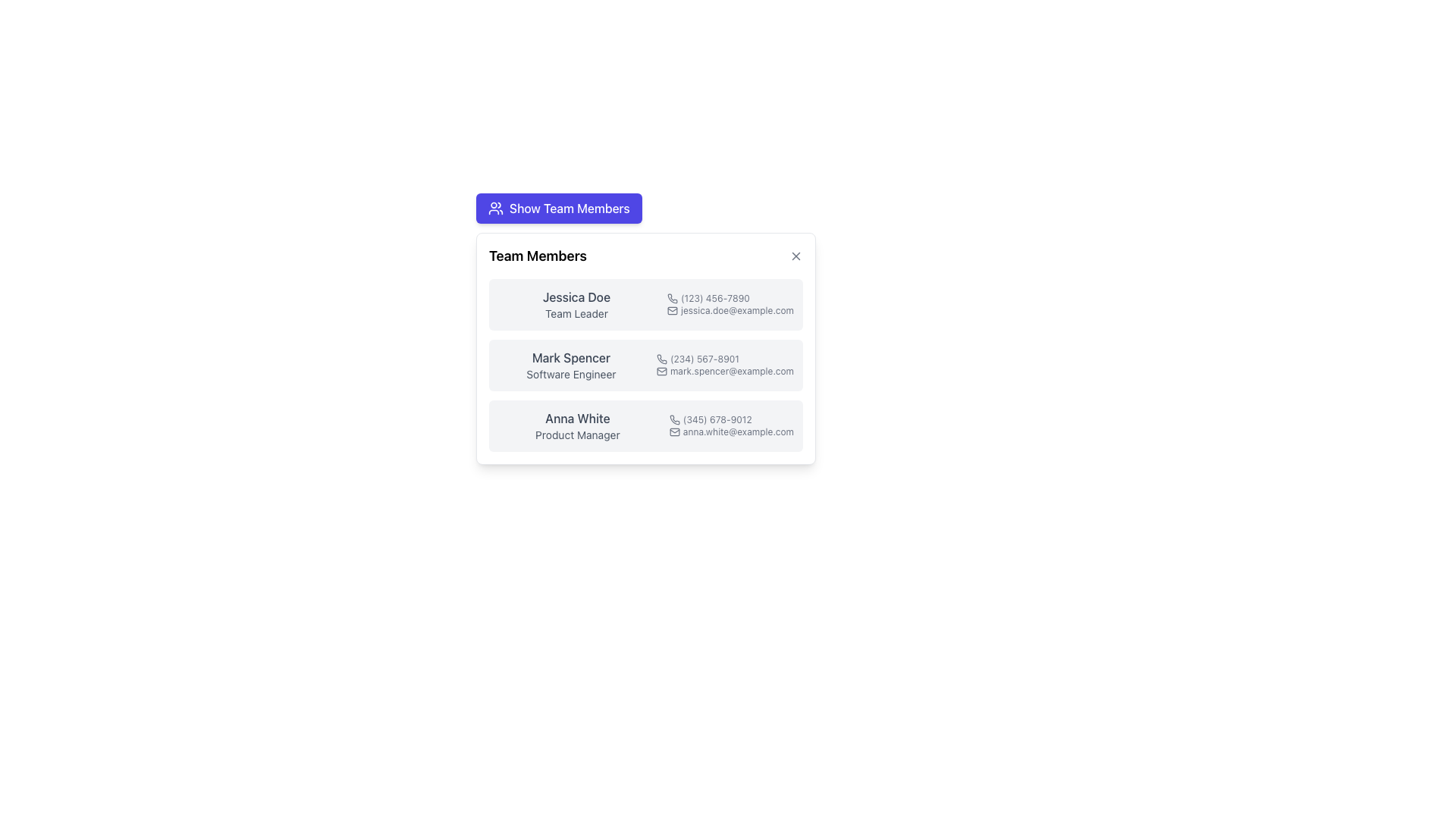  What do you see at coordinates (724, 359) in the screenshot?
I see `the phone number text element located in the second row of the team members' contact details list, styled with a gray color and small font size, next to a phone icon and under the name 'Mark Spencer'` at bounding box center [724, 359].